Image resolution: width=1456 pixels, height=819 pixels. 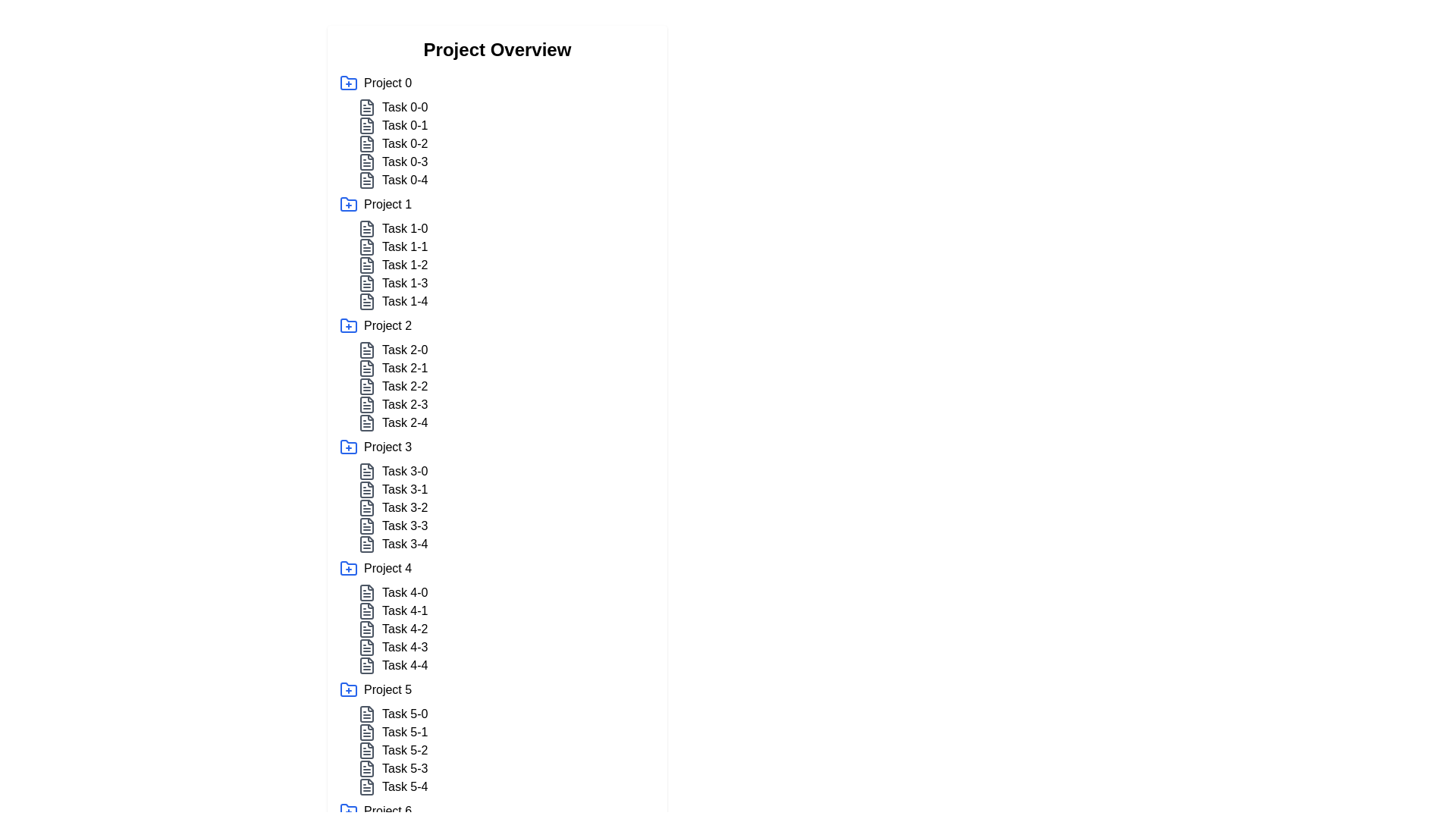 I want to click on the text label displaying 'Task 2-4' which is part of the hierarchical structure titled 'Project 2', positioned as the fifth item in the vertical task list, so click(x=405, y=423).